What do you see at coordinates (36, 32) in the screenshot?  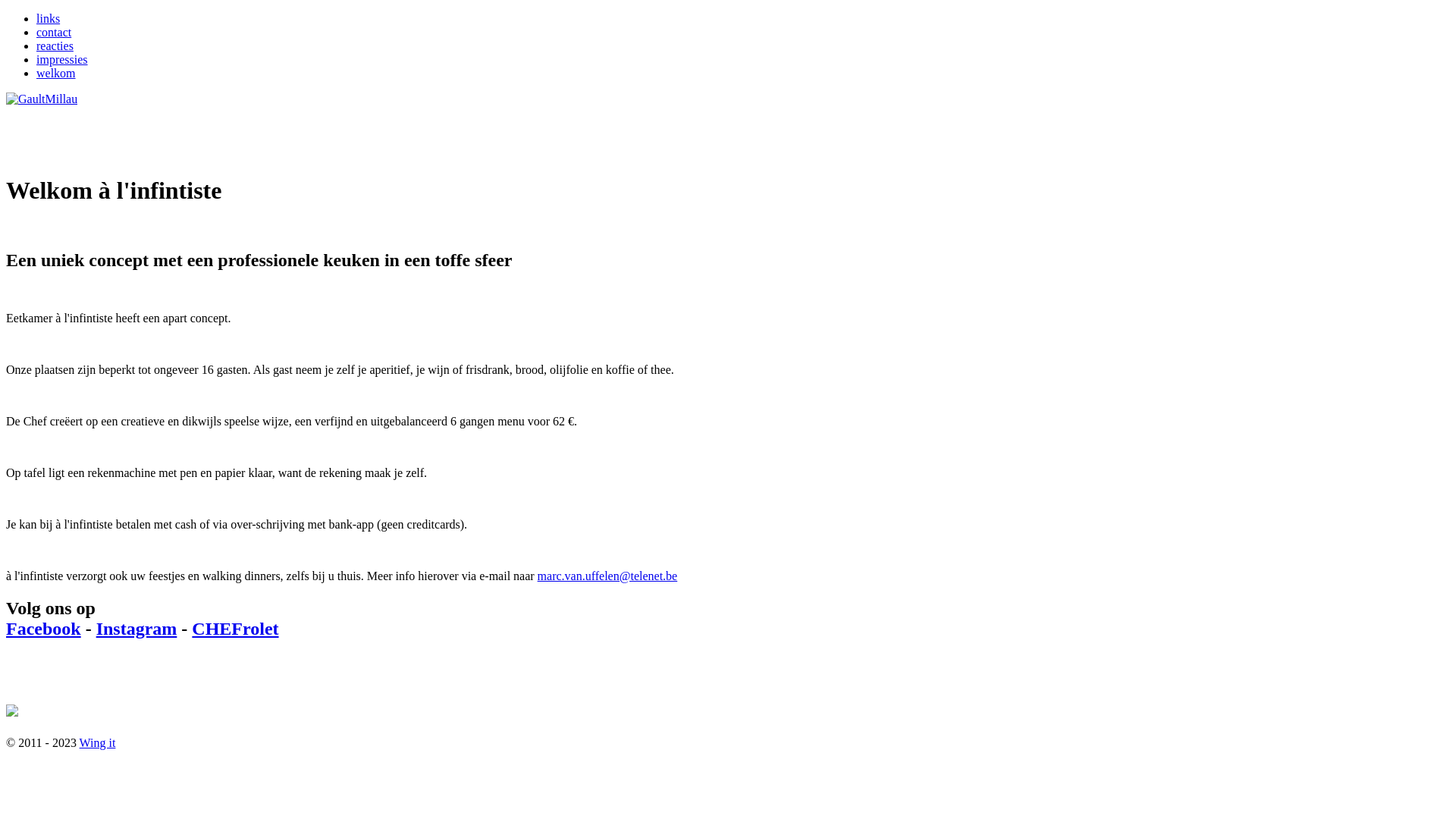 I see `'contact'` at bounding box center [36, 32].